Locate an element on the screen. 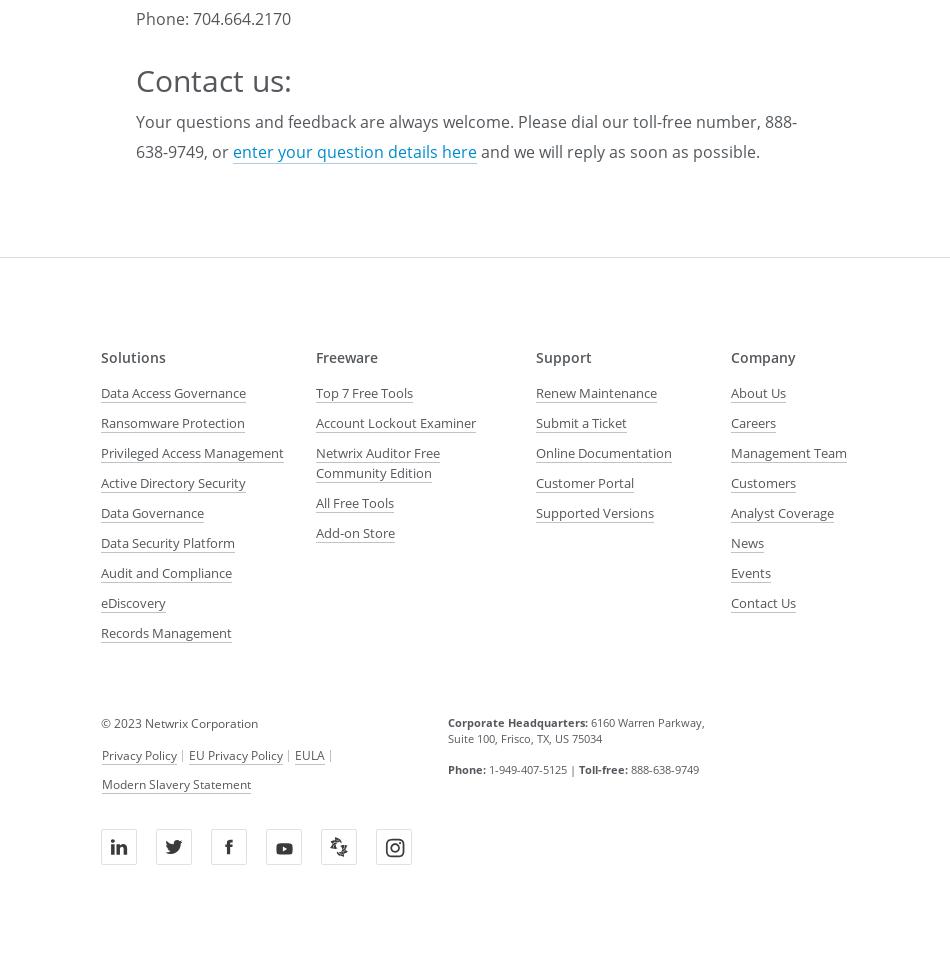  'Support' is located at coordinates (535, 356).